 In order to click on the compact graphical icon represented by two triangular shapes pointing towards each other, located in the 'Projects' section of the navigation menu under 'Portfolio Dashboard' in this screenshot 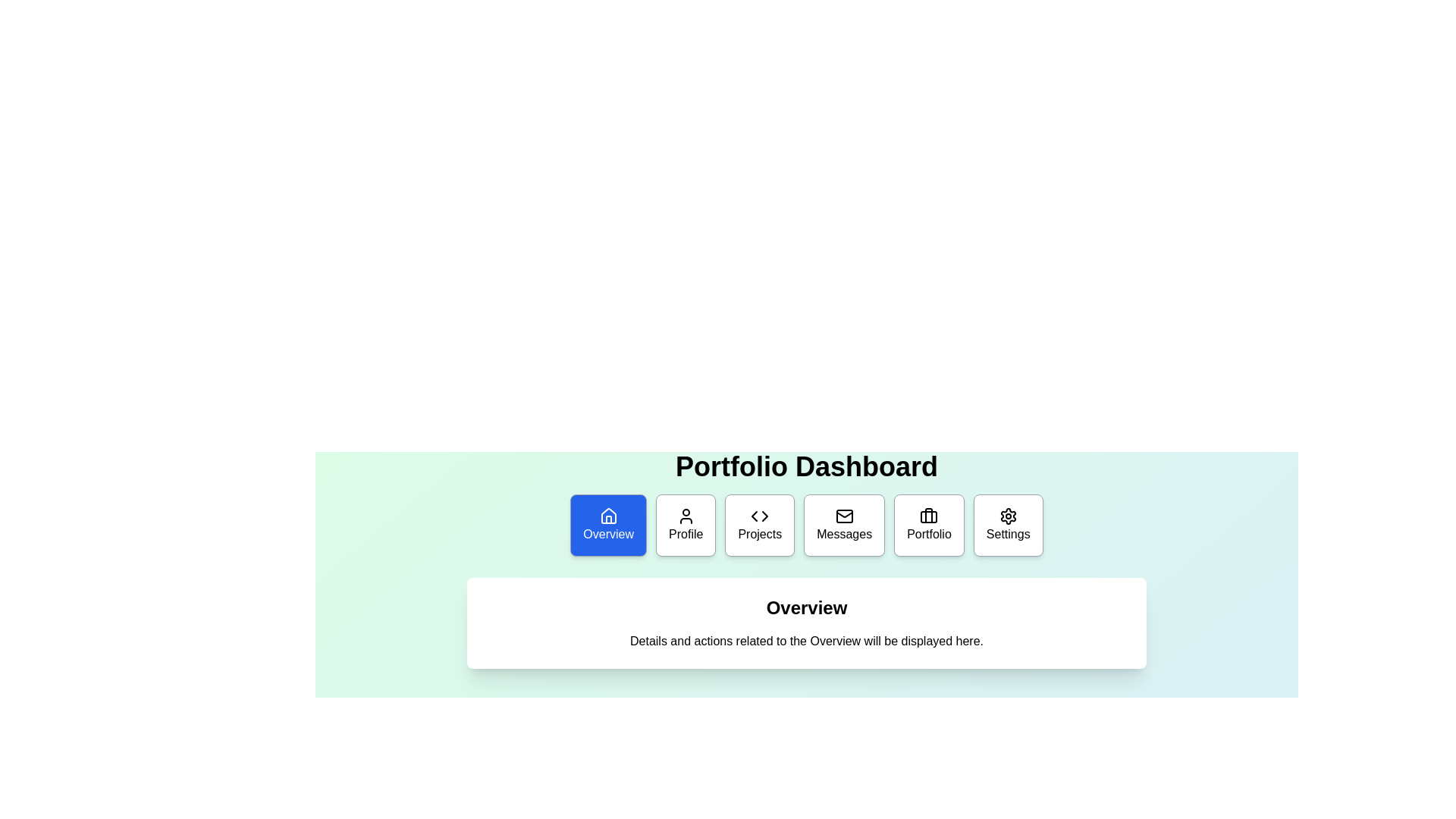, I will do `click(760, 516)`.